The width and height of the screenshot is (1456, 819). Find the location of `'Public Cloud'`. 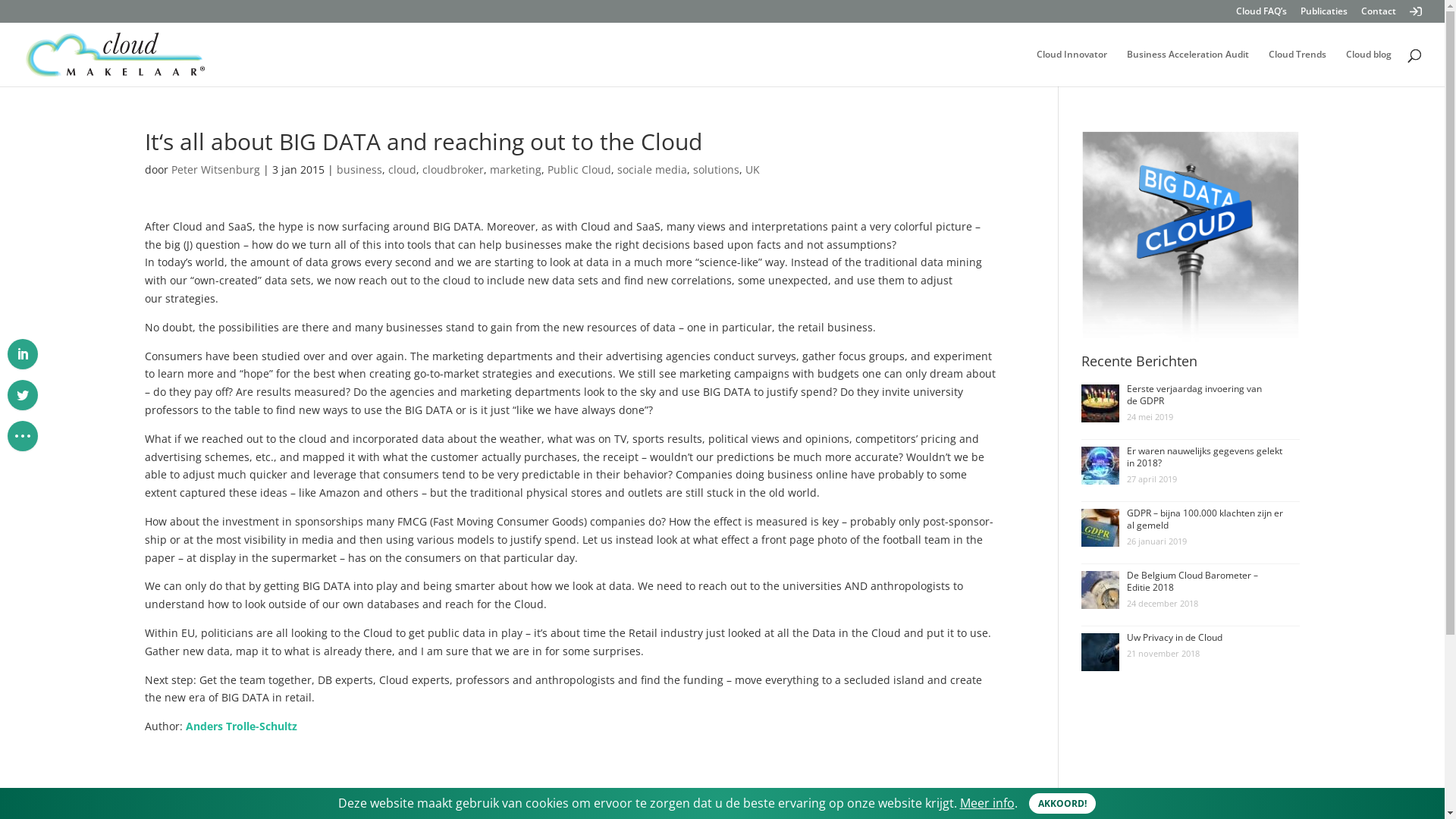

'Public Cloud' is located at coordinates (578, 169).